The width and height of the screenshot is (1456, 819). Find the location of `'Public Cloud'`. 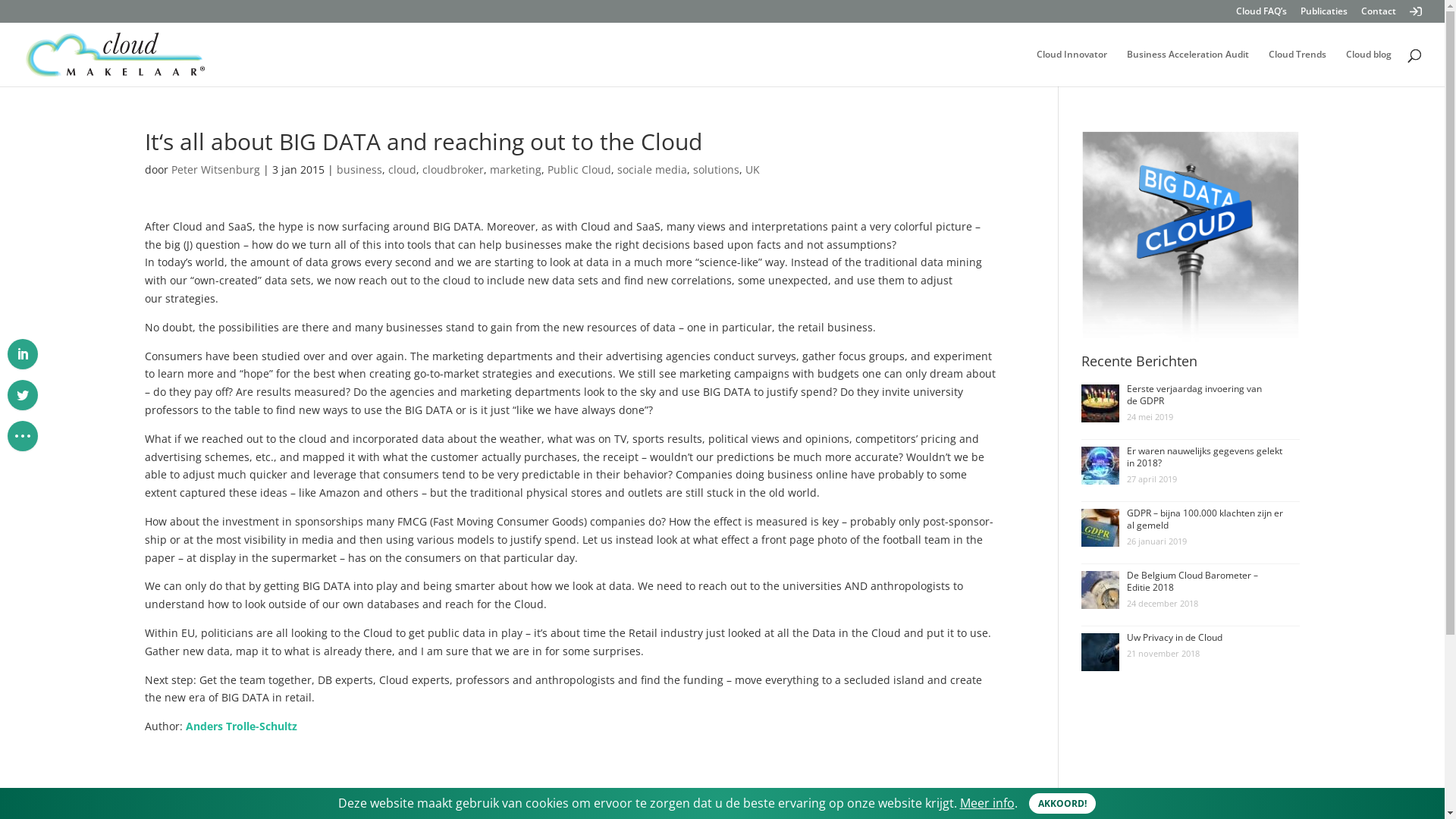

'Public Cloud' is located at coordinates (578, 169).